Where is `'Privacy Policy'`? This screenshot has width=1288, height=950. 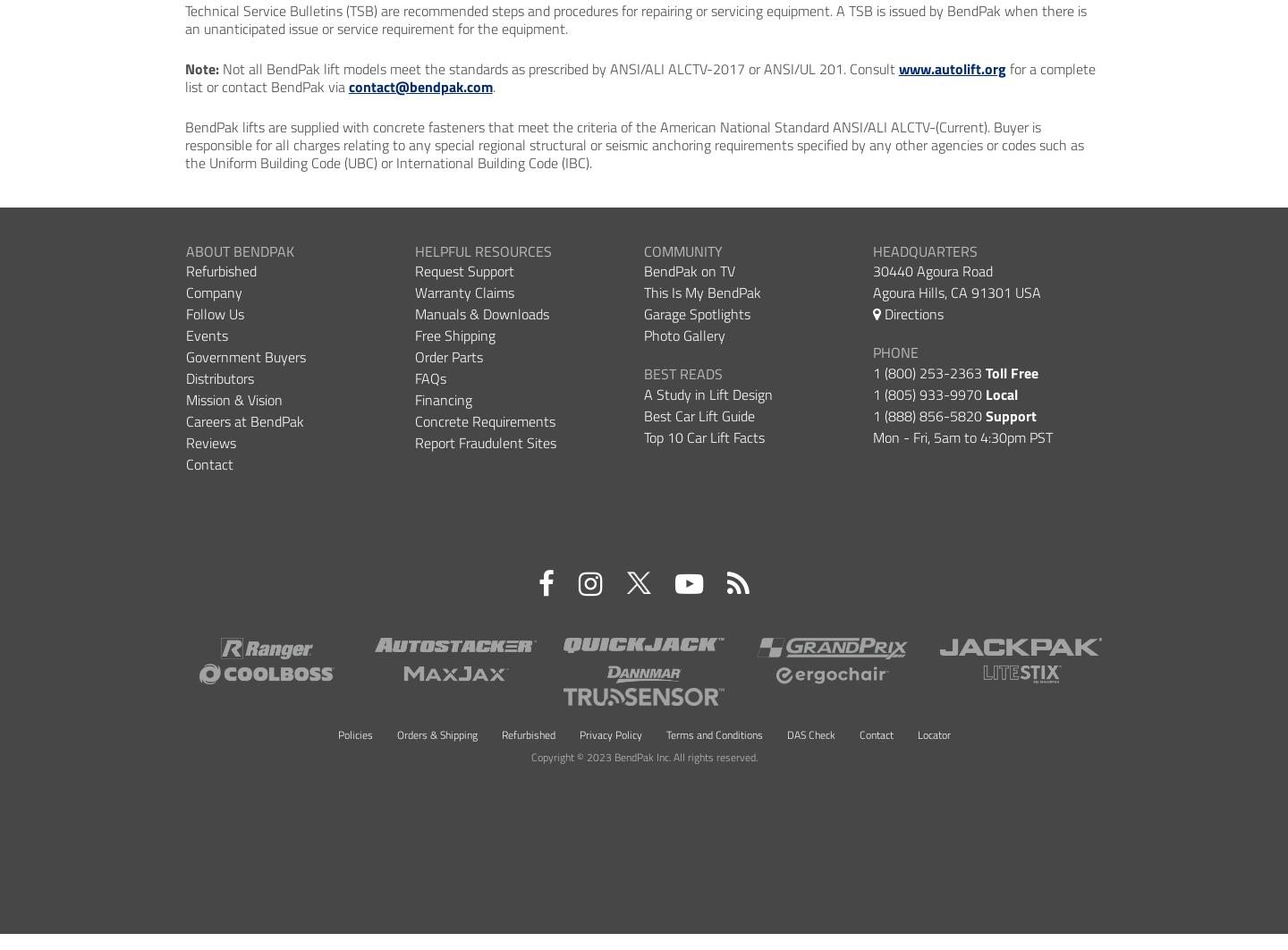 'Privacy Policy' is located at coordinates (577, 733).